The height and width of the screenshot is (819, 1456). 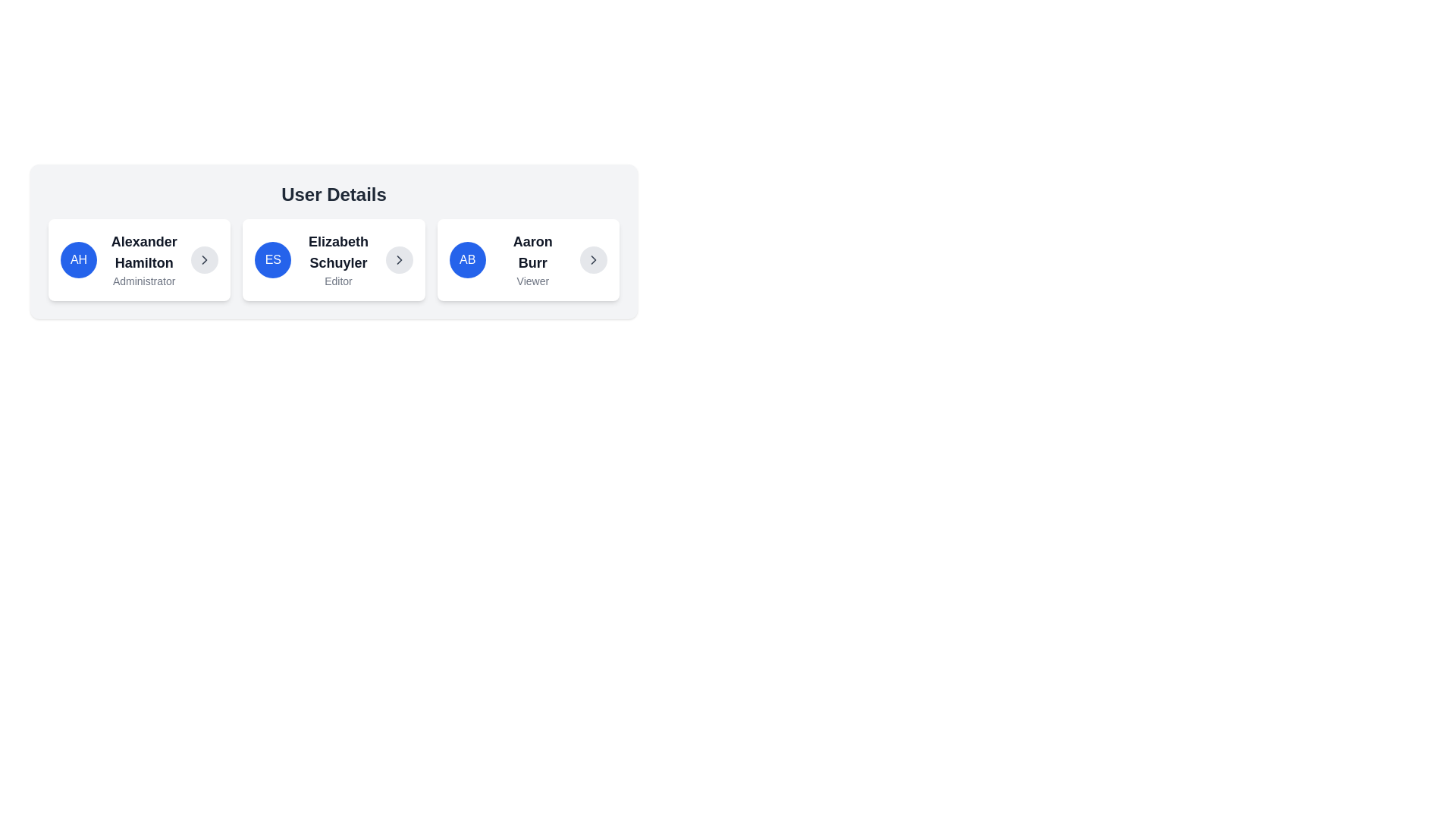 I want to click on the arrow icon inside the circular button to the right of the user details for 'Elizabeth Schuyler', so click(x=399, y=259).